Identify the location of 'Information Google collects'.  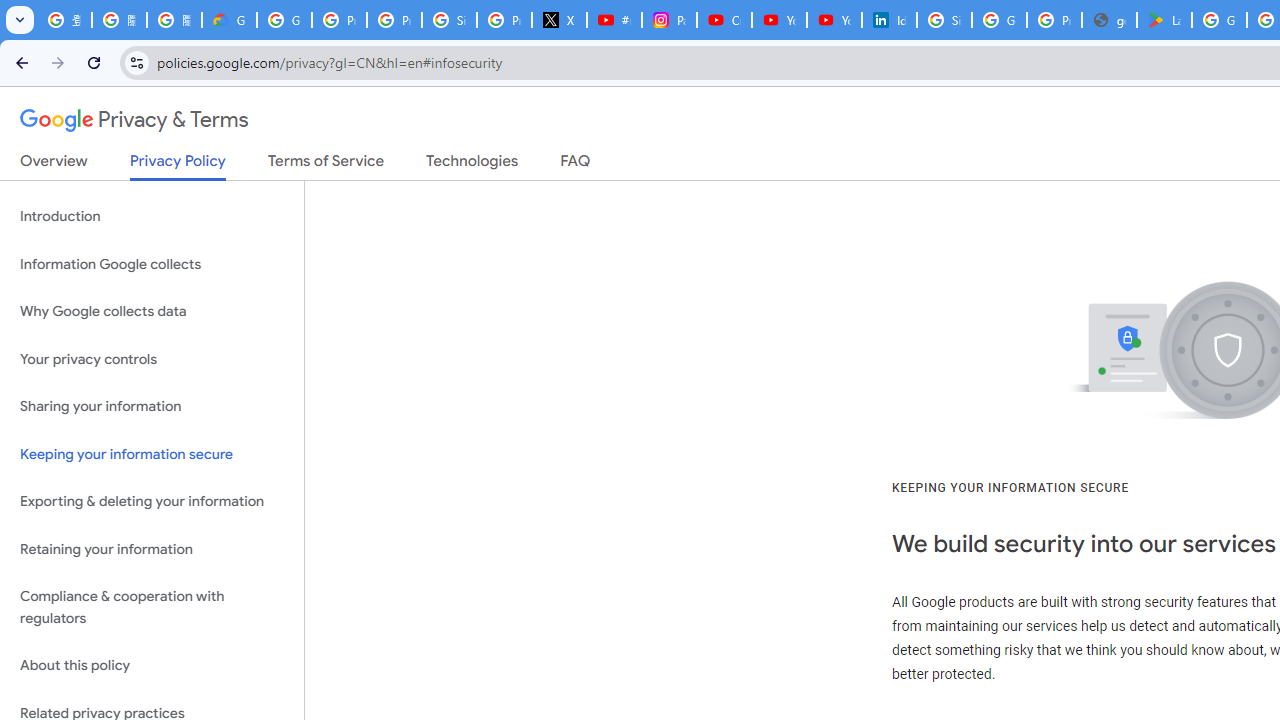
(151, 263).